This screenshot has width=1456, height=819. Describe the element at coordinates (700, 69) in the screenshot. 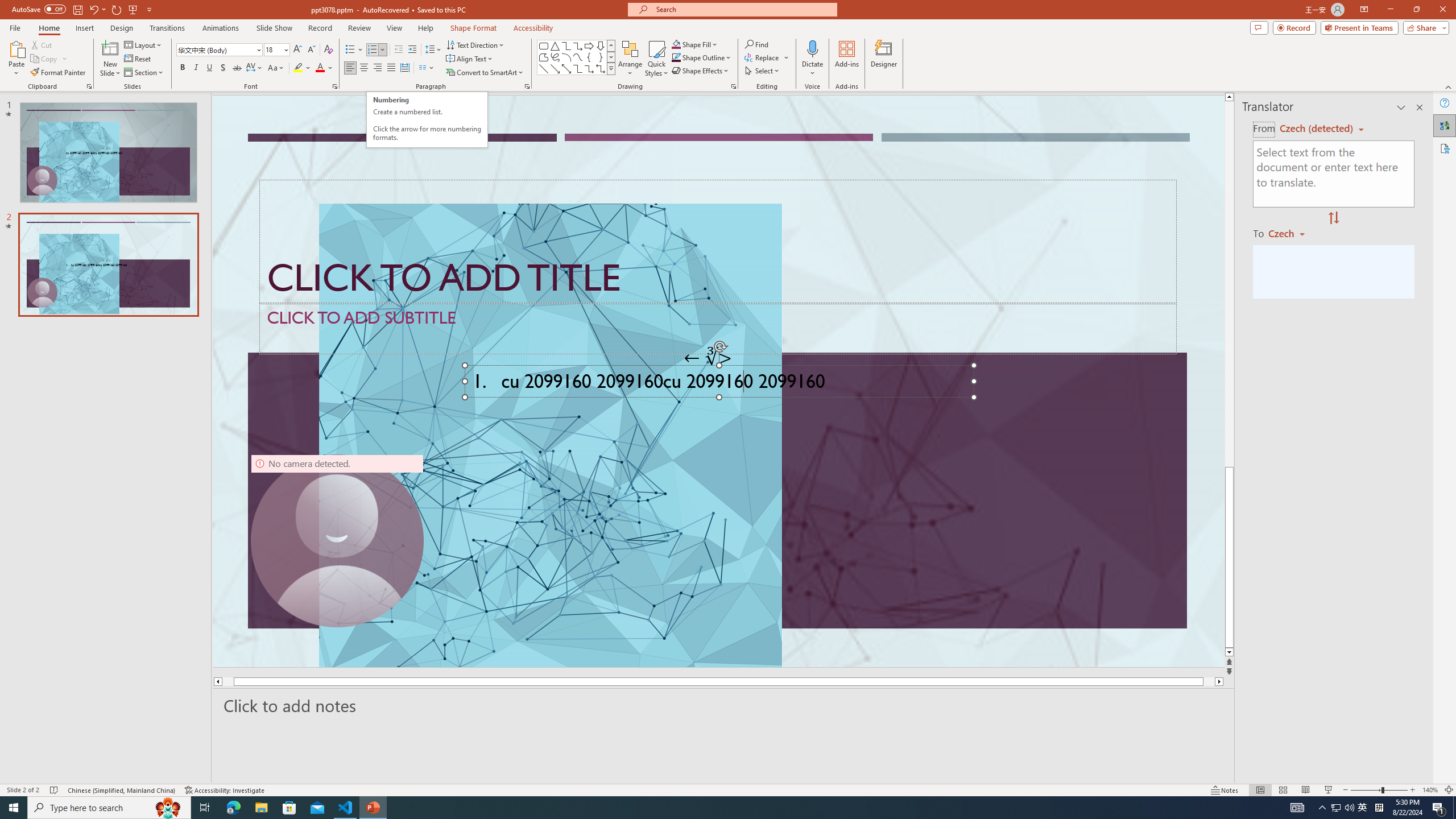

I see `'Shape Effects'` at that location.